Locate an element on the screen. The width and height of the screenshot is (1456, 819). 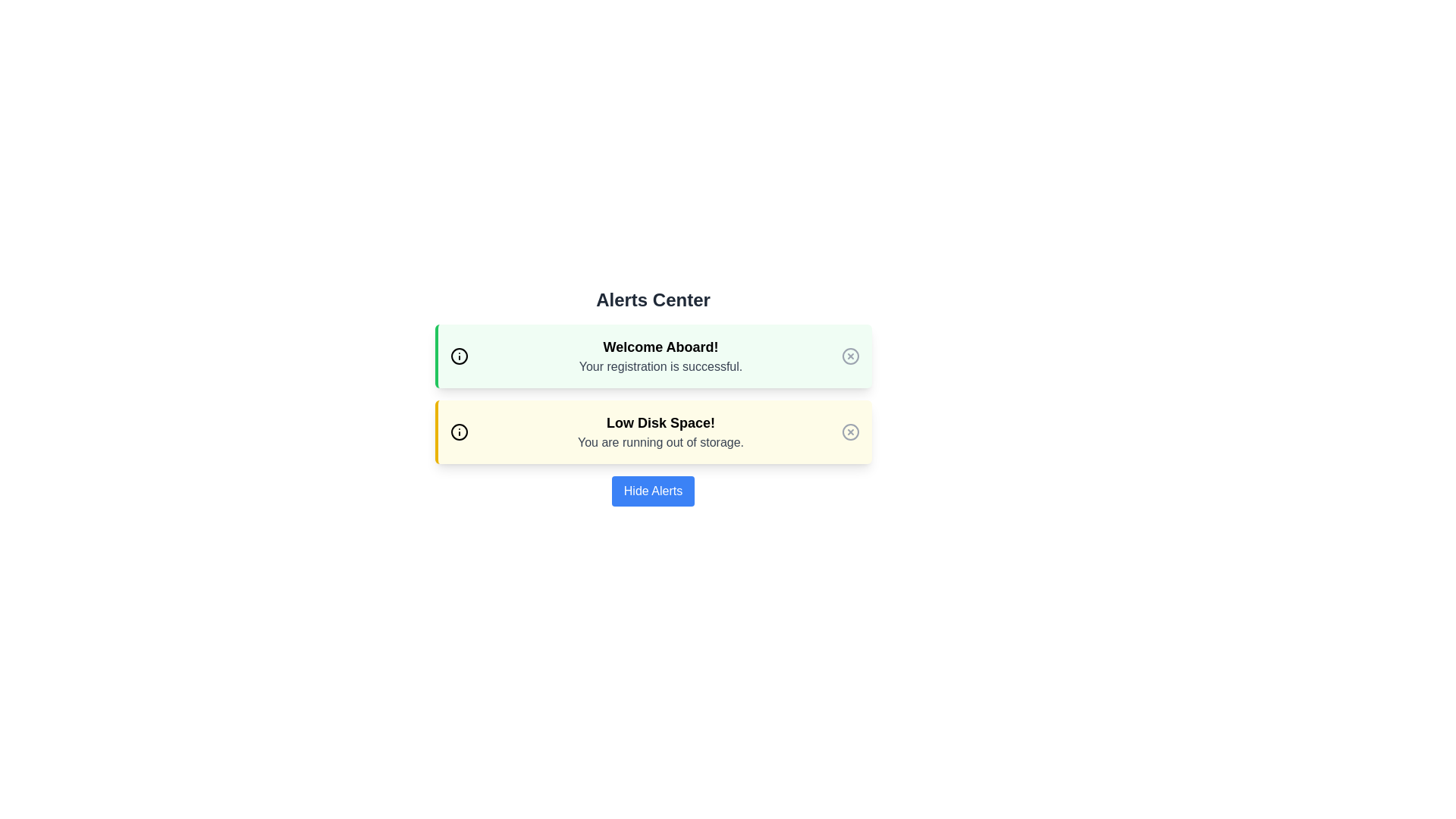
the bold text label displaying 'Low Disk Space!' within the notification box that appears in the alerts section, positioned prominently below the 'Welcome Aboard!' notification is located at coordinates (661, 423).